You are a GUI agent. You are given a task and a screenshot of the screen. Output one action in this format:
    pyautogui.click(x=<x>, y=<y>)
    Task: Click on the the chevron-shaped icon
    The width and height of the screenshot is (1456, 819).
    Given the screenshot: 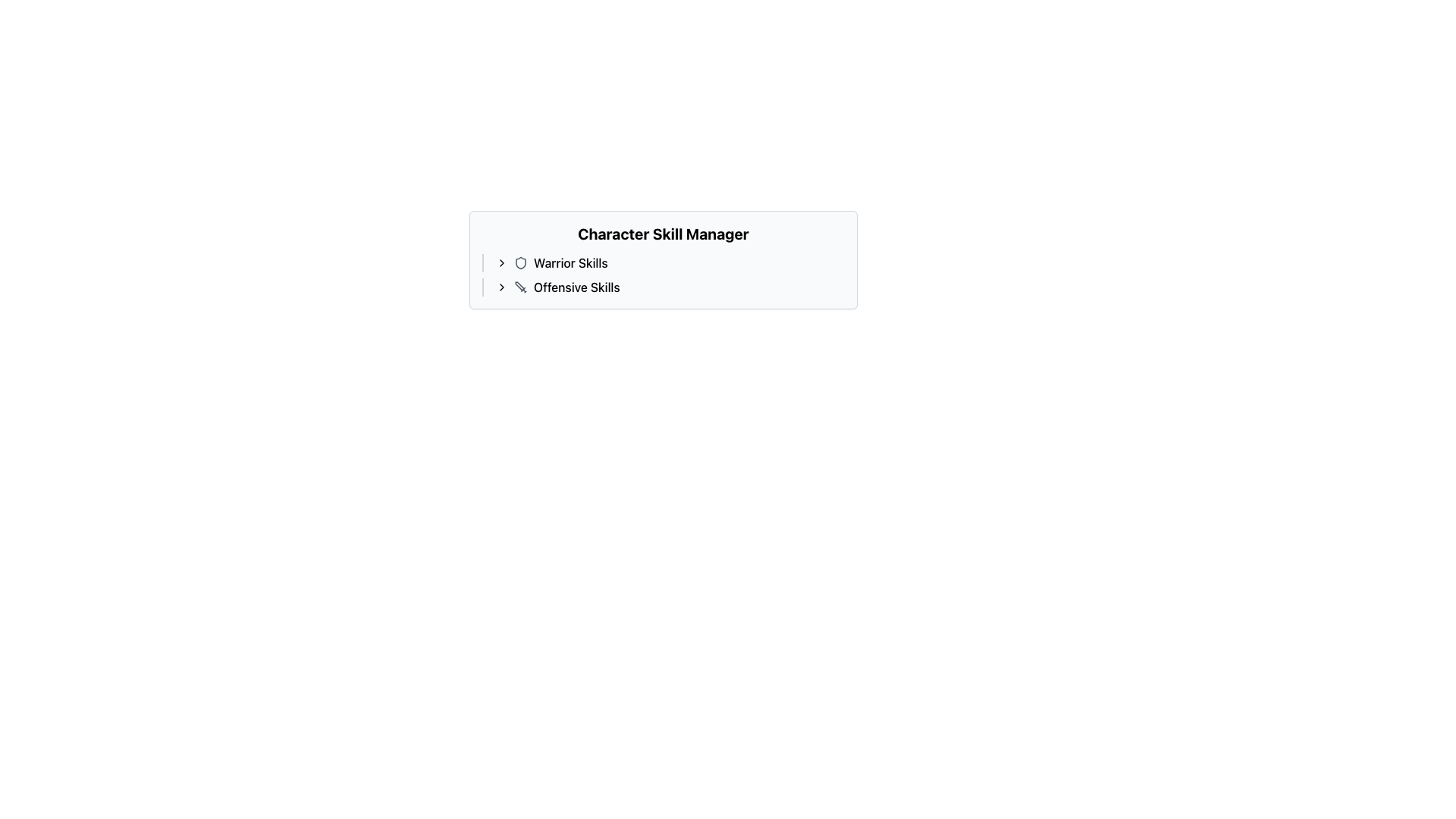 What is the action you would take?
    pyautogui.click(x=502, y=287)
    